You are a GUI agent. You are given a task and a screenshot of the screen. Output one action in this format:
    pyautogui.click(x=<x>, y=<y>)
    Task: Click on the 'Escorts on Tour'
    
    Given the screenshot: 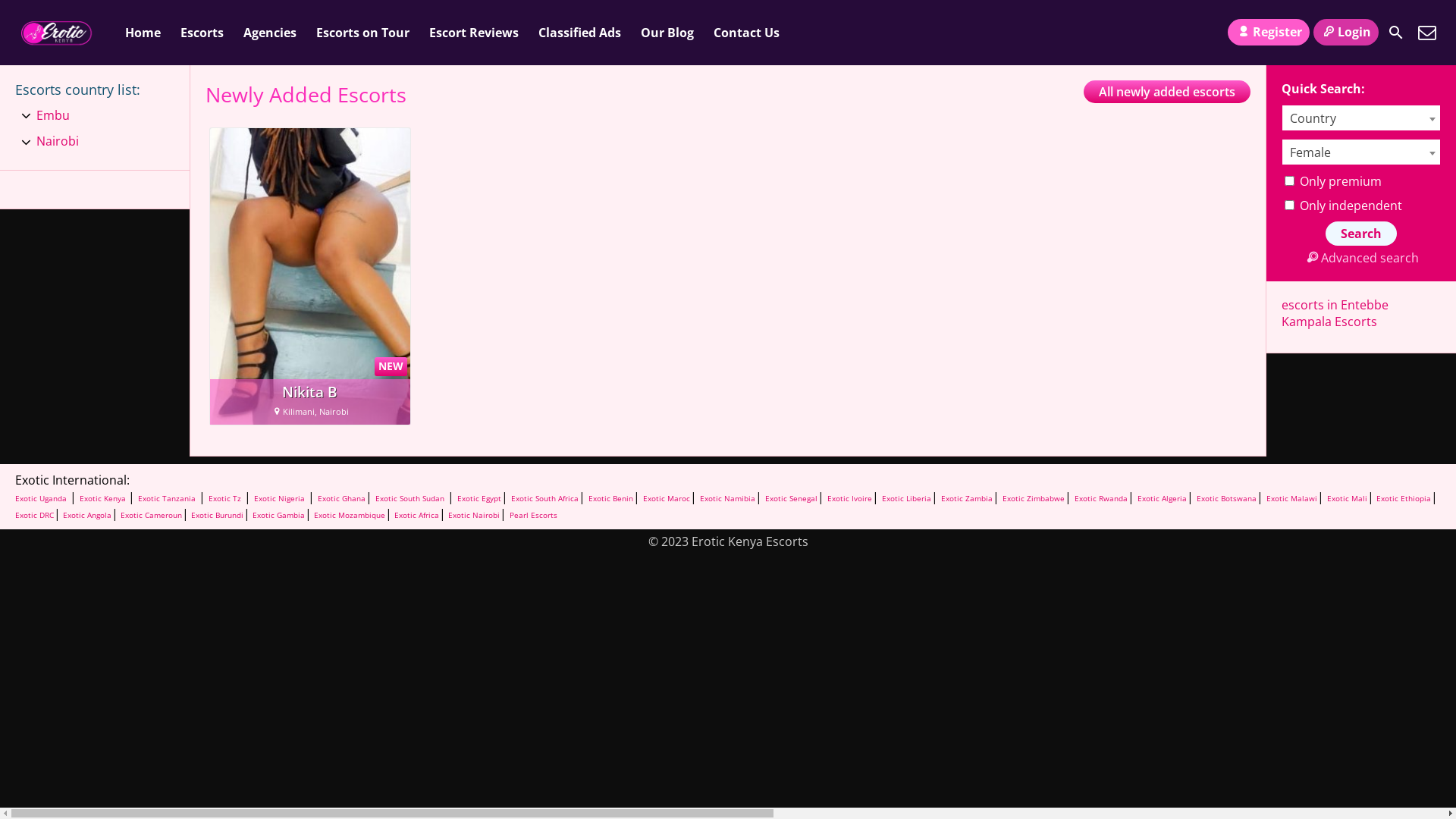 What is the action you would take?
    pyautogui.click(x=362, y=33)
    